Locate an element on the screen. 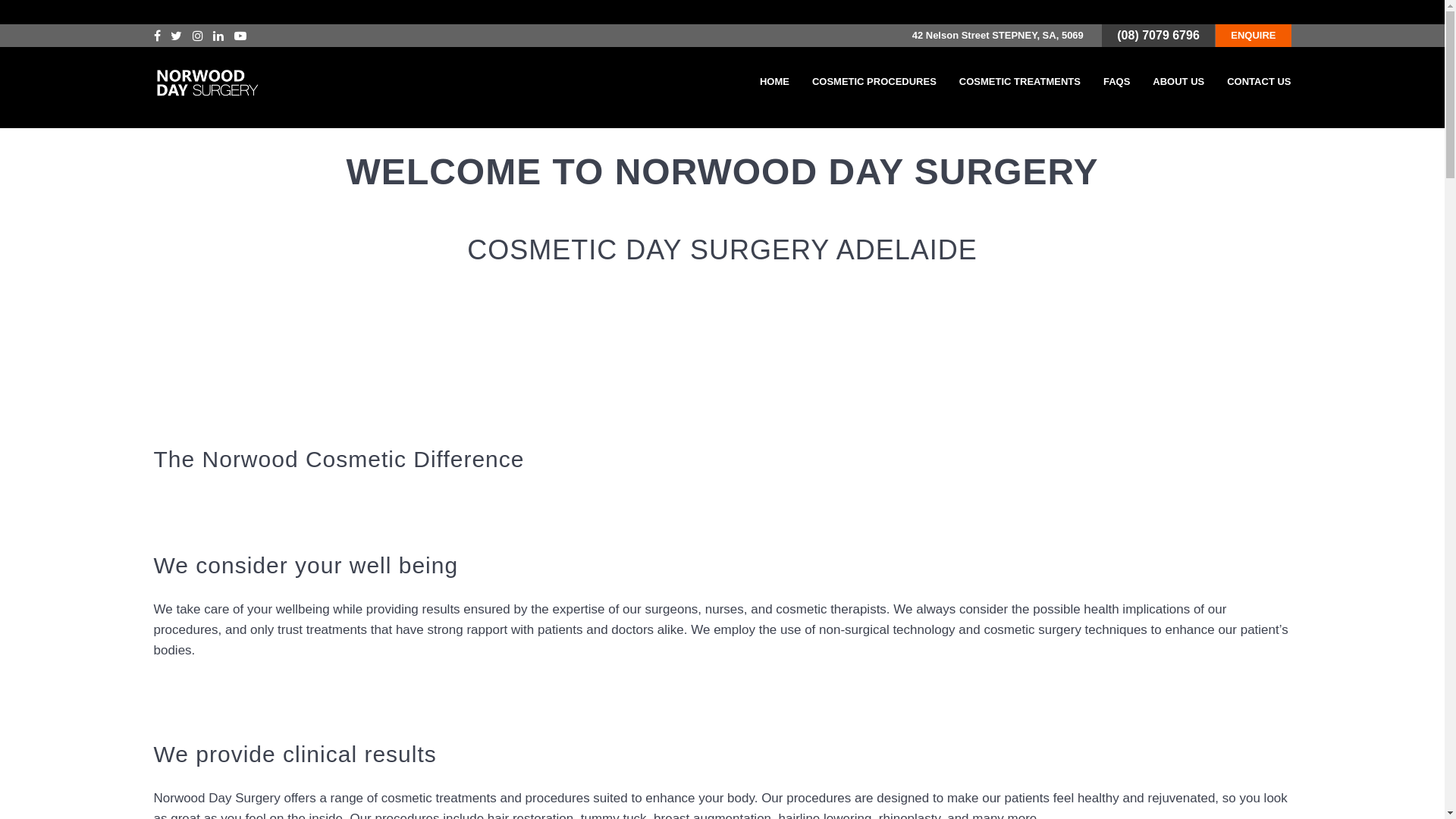 The height and width of the screenshot is (819, 1456). 'FAQS' is located at coordinates (1116, 82).